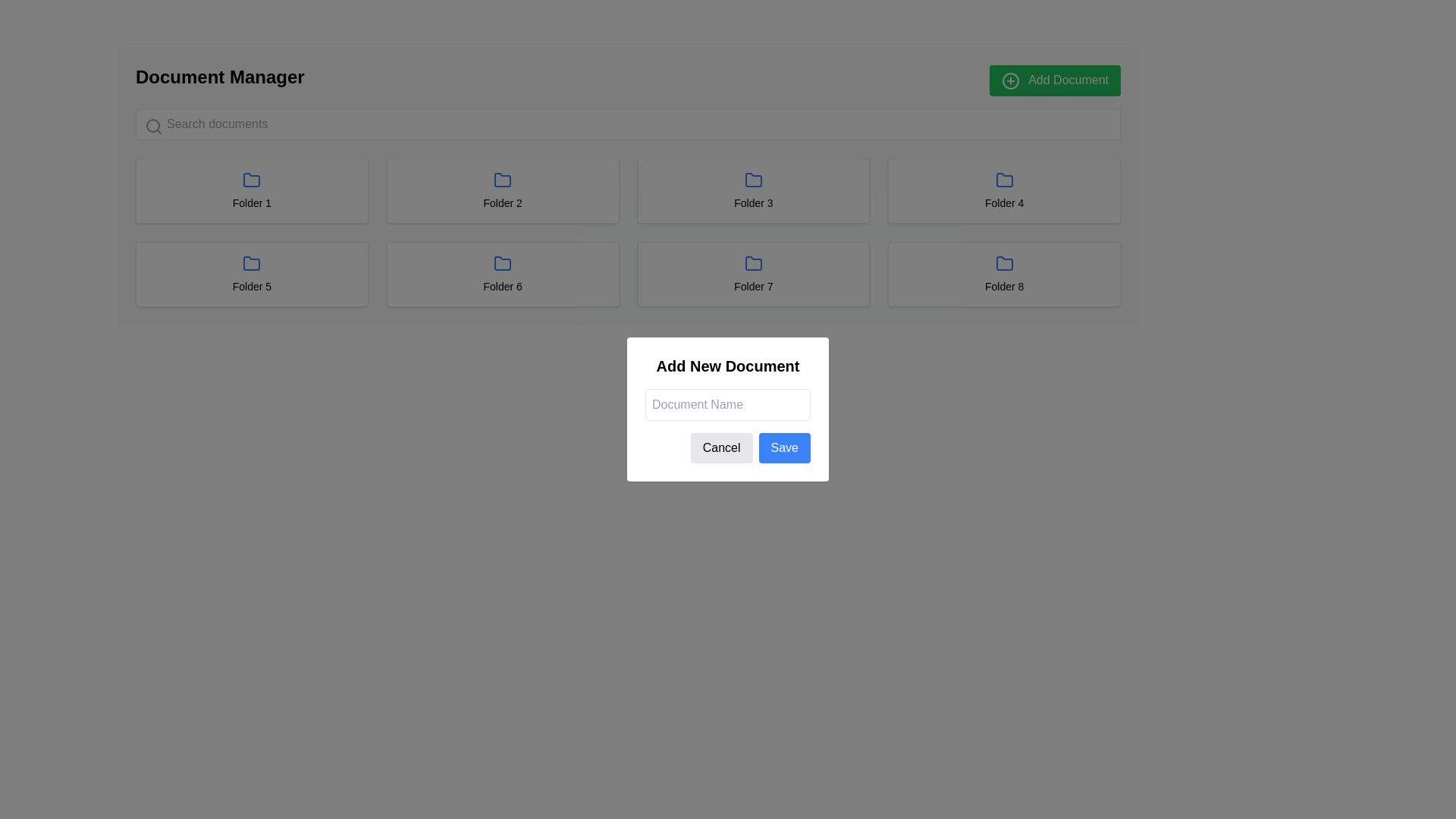 The height and width of the screenshot is (819, 1456). Describe the element at coordinates (252, 179) in the screenshot. I see `the vector graphics element that visually represents the folder icon located in the first row, first column of the folder layout within 'Folder 1'` at that location.